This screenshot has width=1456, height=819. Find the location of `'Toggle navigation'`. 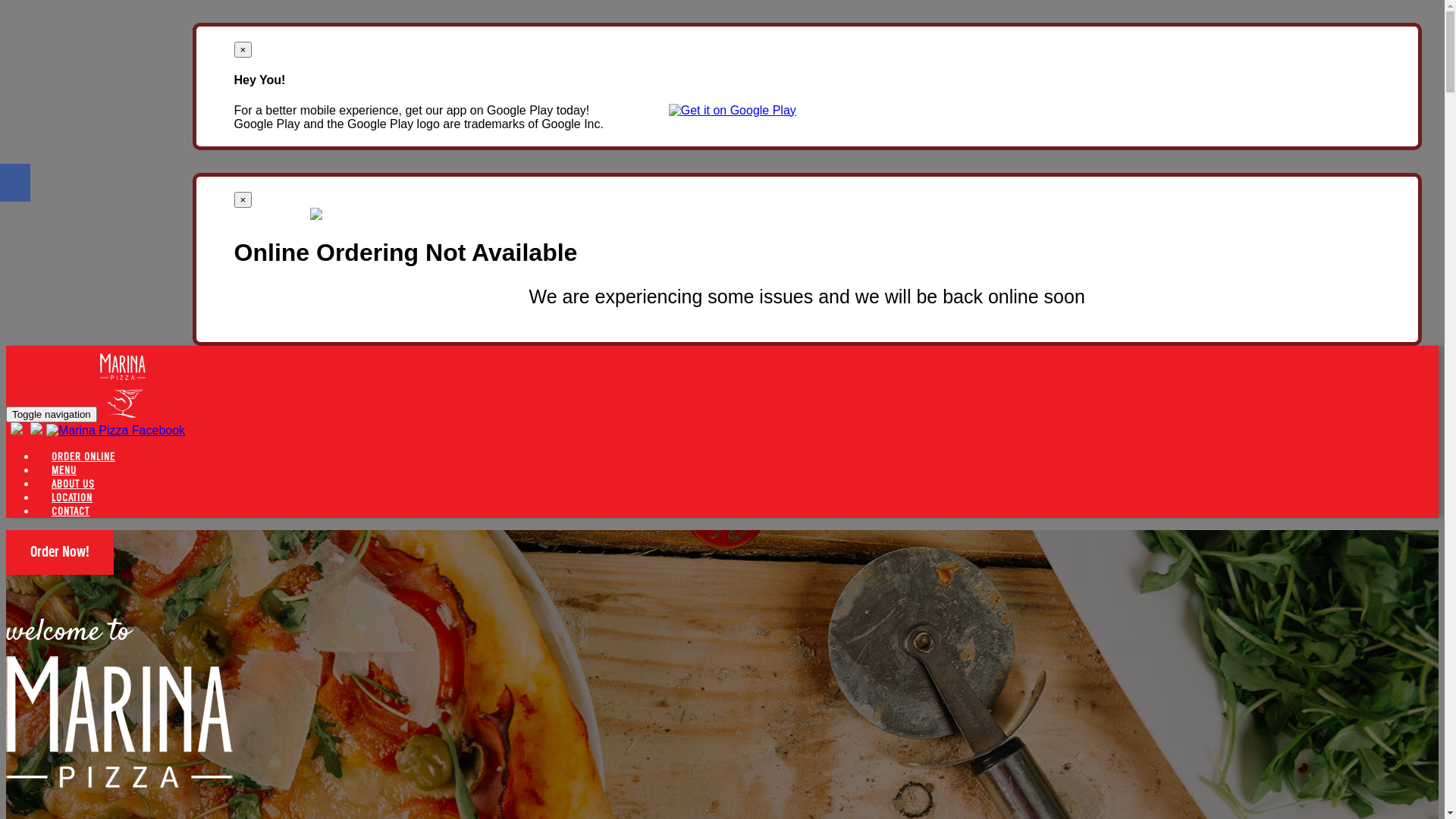

'Toggle navigation' is located at coordinates (6, 414).